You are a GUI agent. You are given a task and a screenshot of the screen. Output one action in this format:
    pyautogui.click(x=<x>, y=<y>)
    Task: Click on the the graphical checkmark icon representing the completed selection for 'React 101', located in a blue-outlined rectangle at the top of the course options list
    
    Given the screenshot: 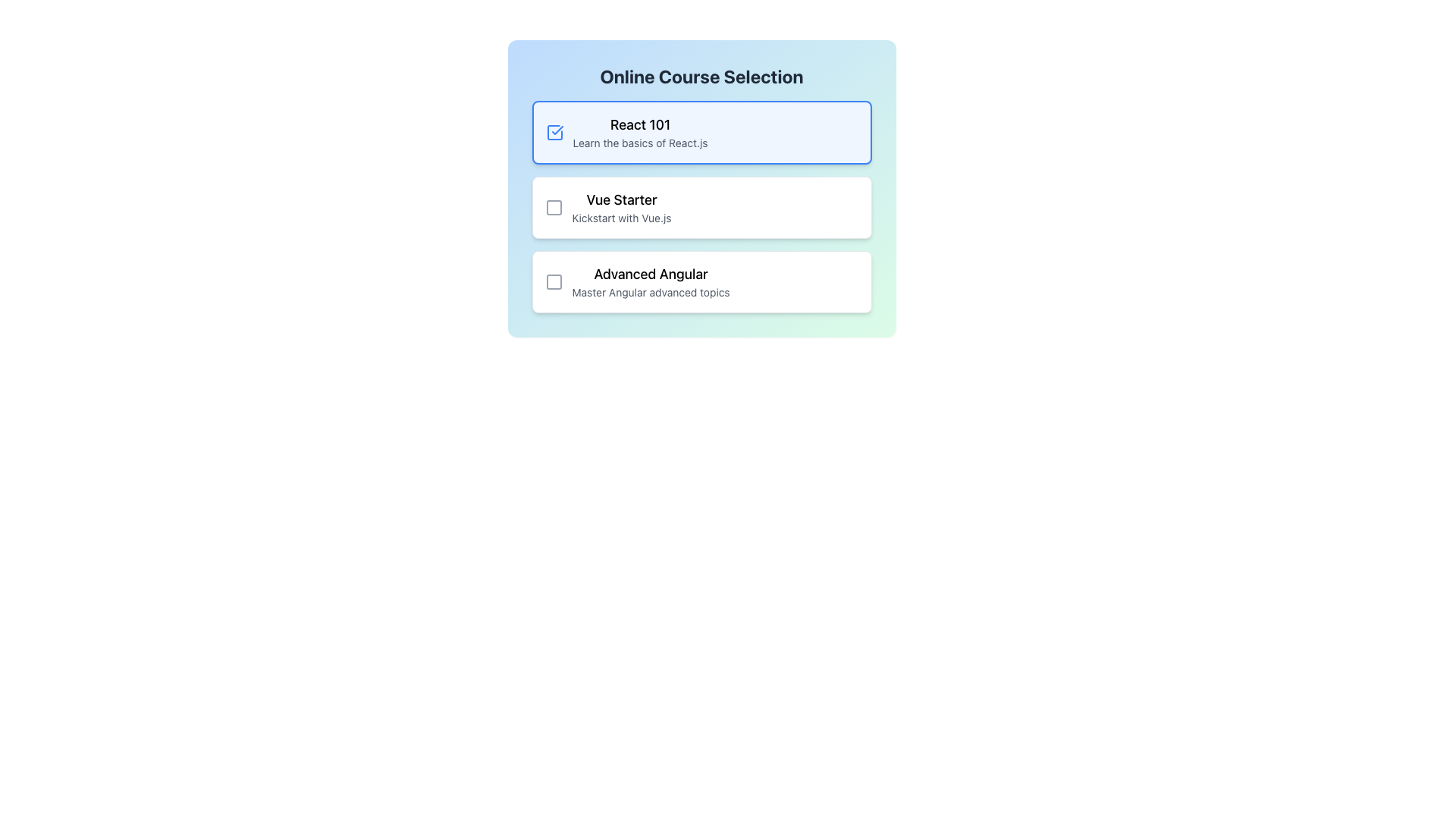 What is the action you would take?
    pyautogui.click(x=556, y=130)
    